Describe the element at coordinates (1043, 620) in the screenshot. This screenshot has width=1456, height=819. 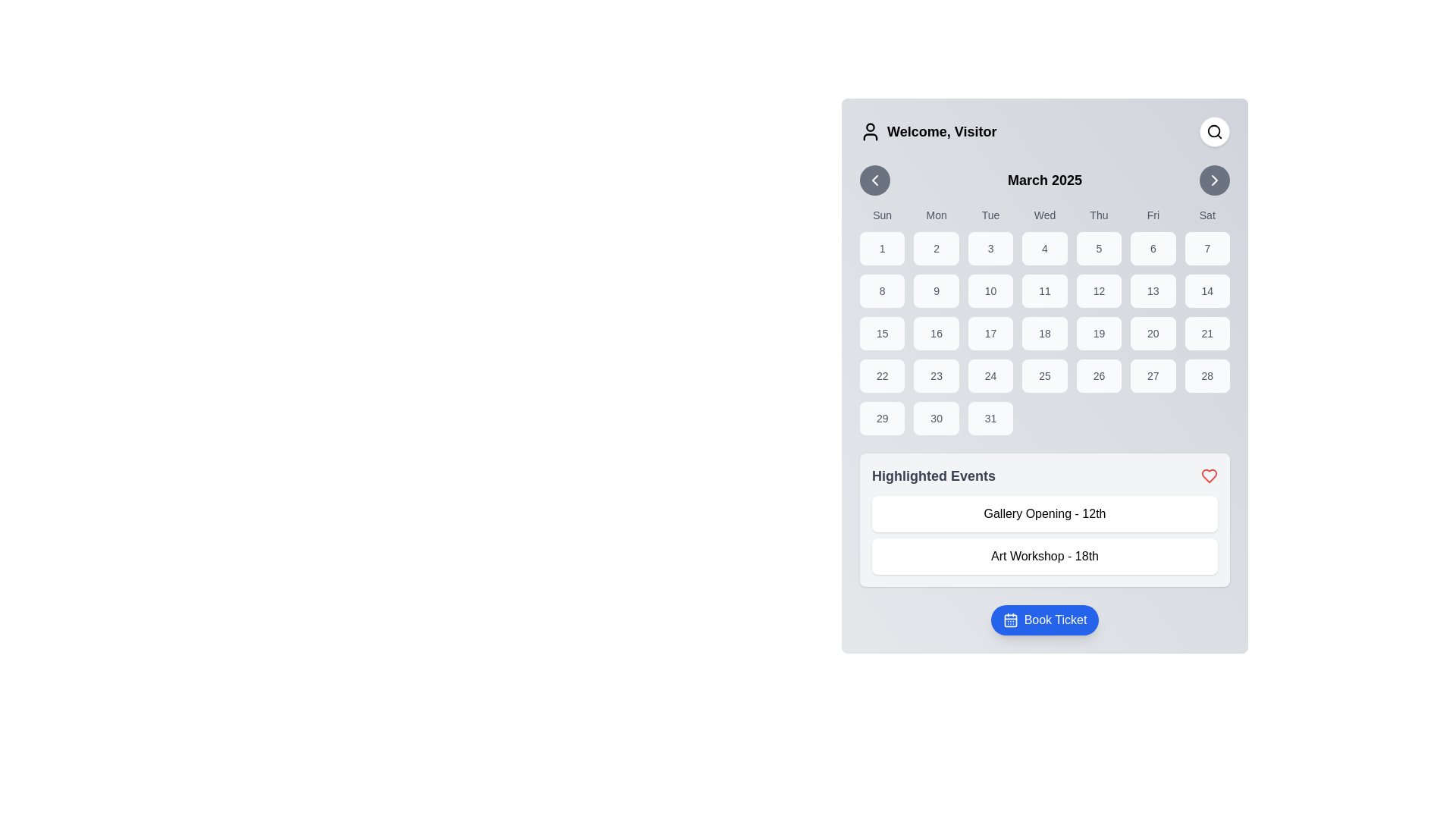
I see `the button labeled 'Book Ticket' with a blue background and a calendar icon, located below the 'Highlighted Events' section` at that location.